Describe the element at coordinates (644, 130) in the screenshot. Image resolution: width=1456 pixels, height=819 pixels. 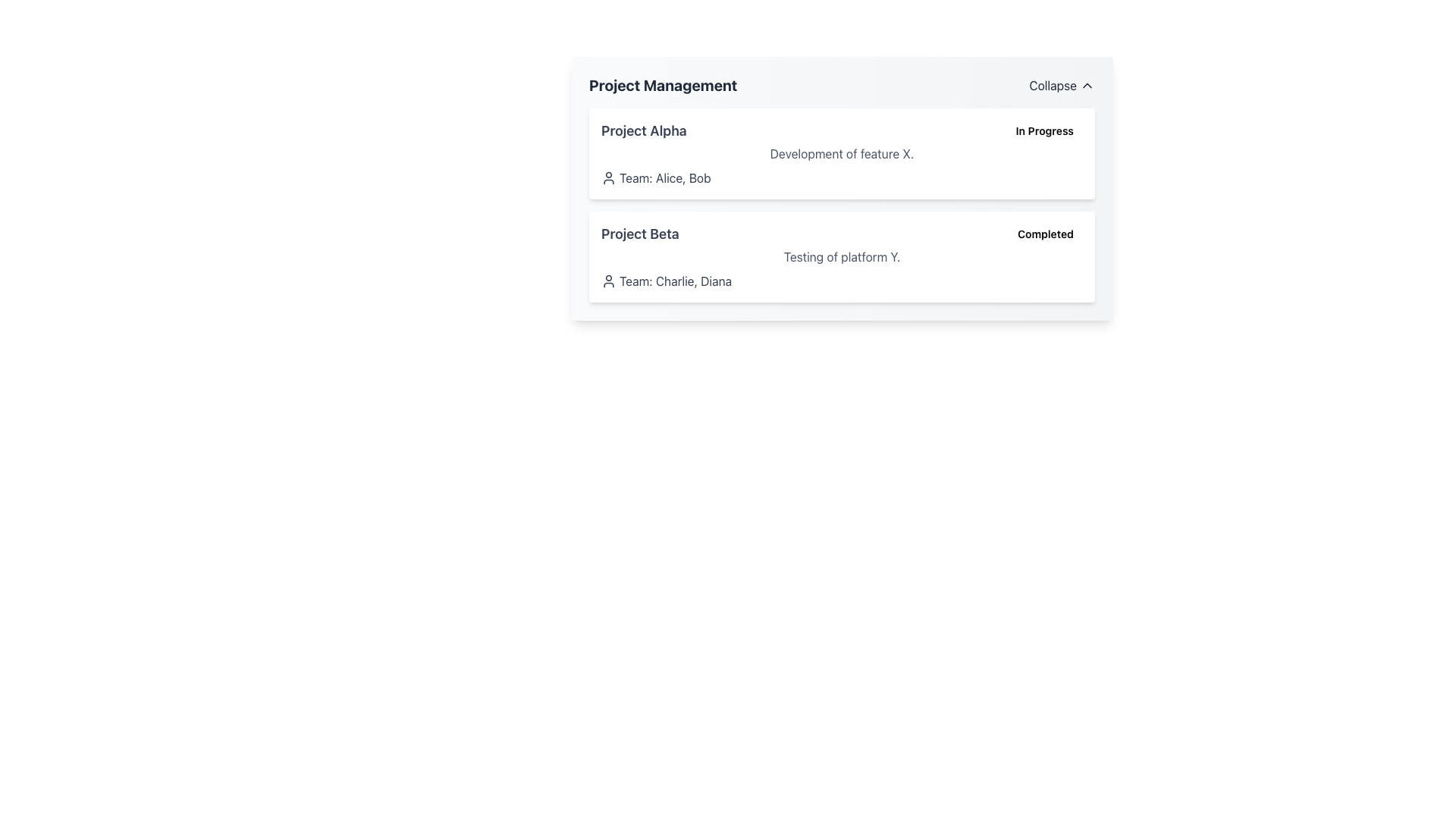
I see `the text label that serves as the header for 'Project Alpha', positioned at the top-left of the interface` at that location.